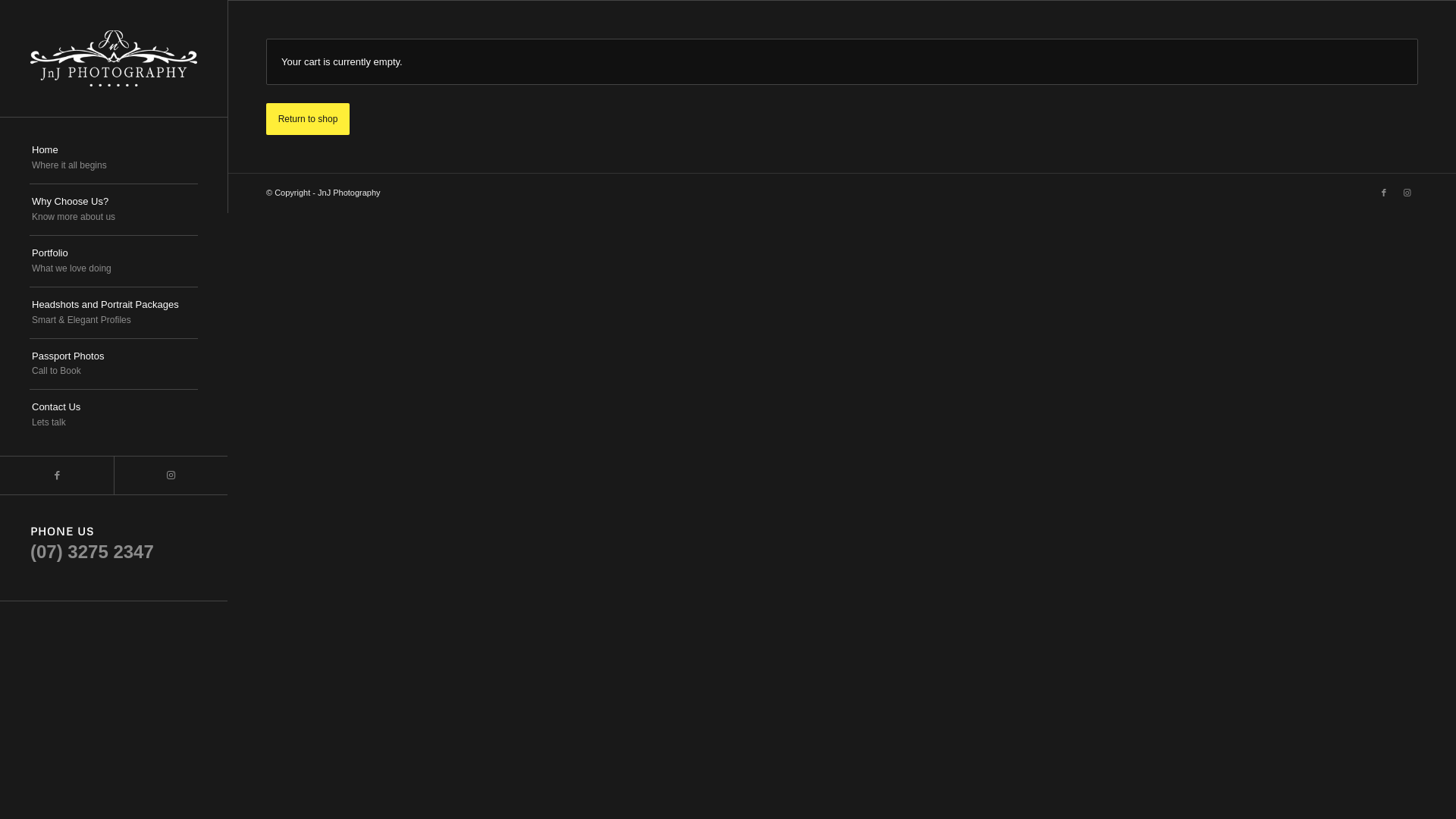  I want to click on 'Passport Photos, so click(112, 365).